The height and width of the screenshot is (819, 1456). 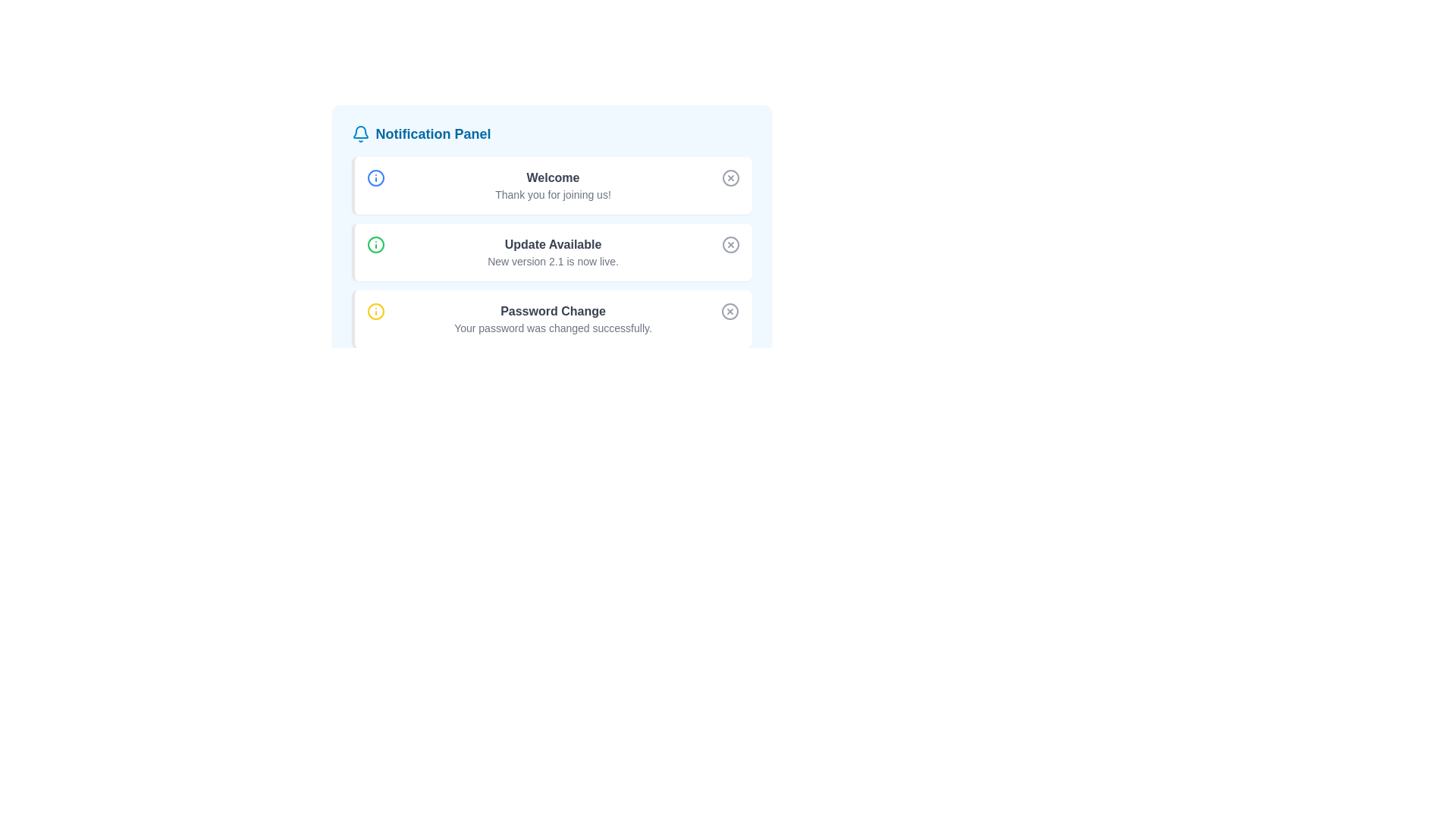 I want to click on text from the notification indicating that the password has been successfully changed, located in the bottom third of the notification panel as the third notification, so click(x=552, y=318).